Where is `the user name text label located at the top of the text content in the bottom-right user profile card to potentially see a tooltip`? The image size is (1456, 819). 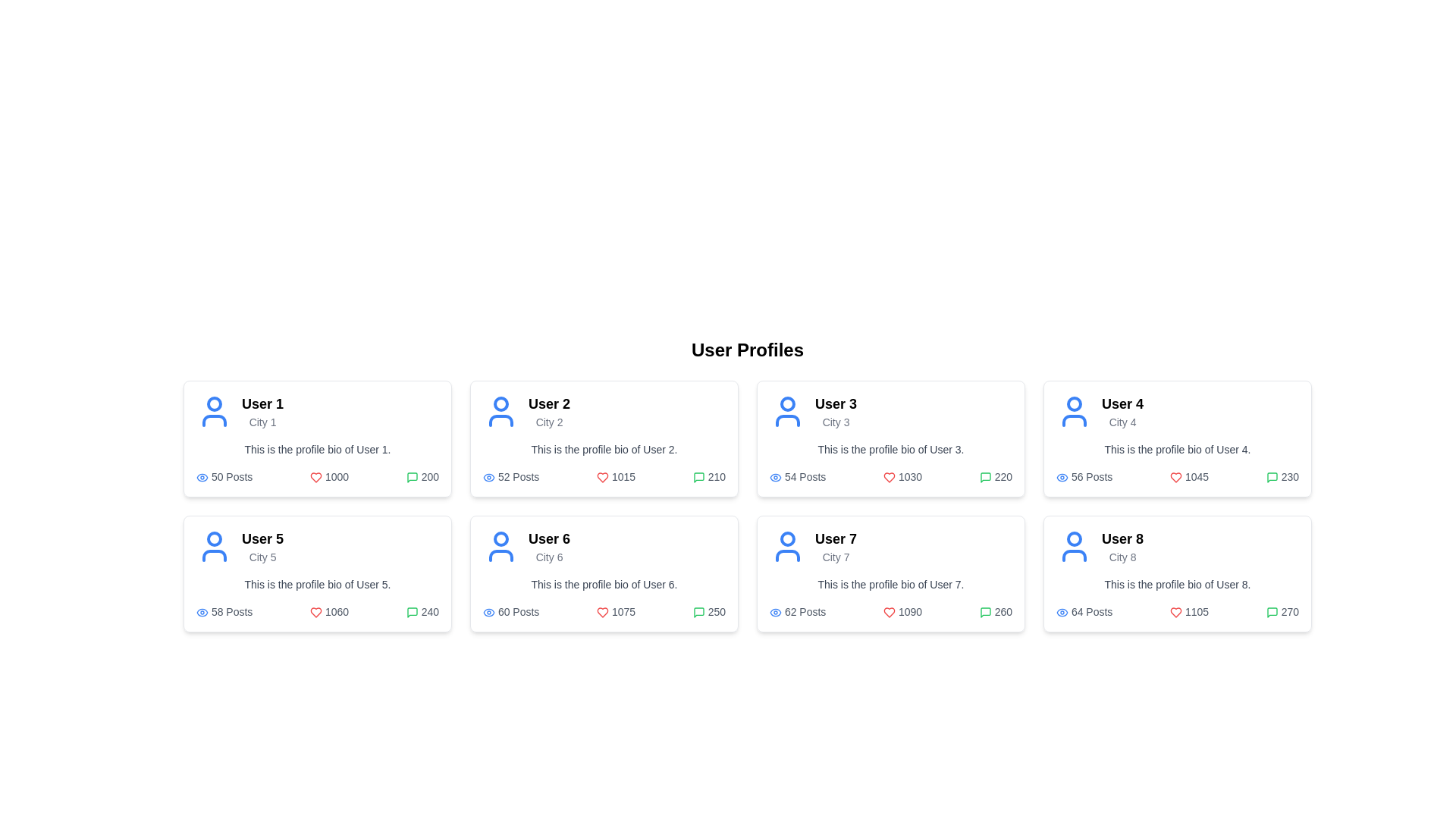 the user name text label located at the top of the text content in the bottom-right user profile card to potentially see a tooltip is located at coordinates (1122, 538).